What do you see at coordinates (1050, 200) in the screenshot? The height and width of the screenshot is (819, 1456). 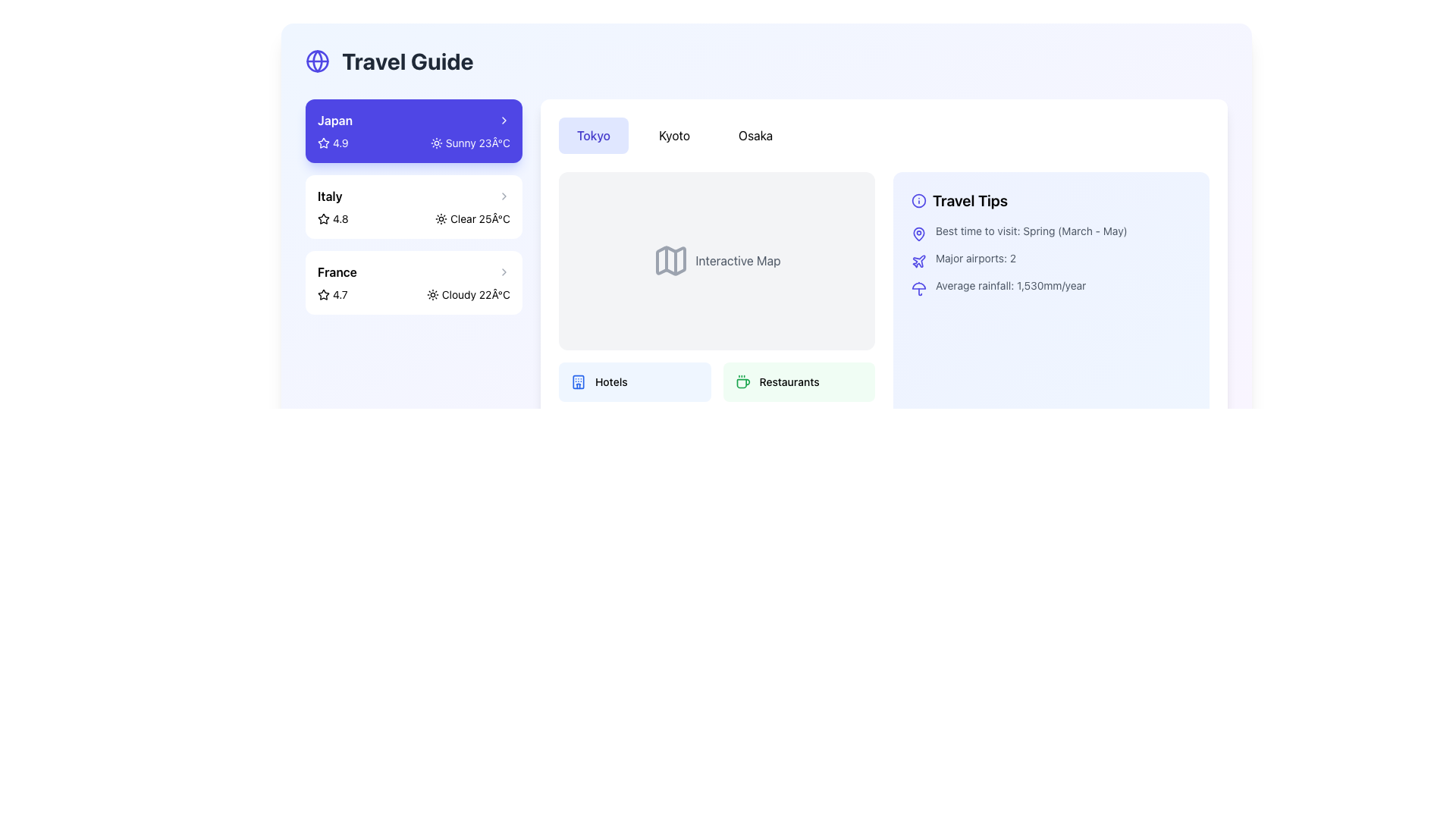 I see `information icon associated with the 'Travel Tips' heading, which is the first item in the card-like section on the right side of the layout` at bounding box center [1050, 200].